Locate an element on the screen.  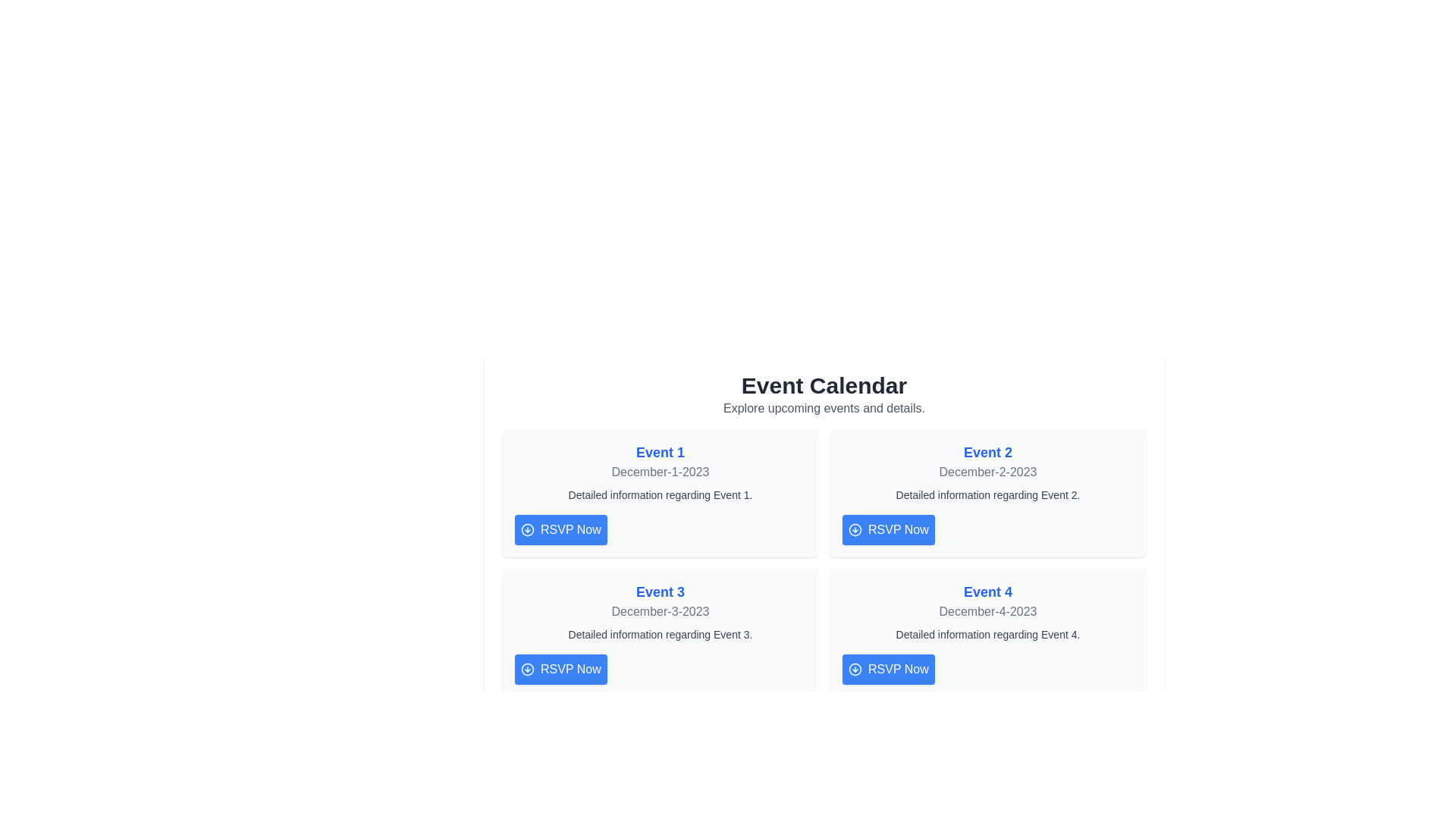
text label that displays 'Event 2', which is styled in a bold and large blue font located at the top center of a rectangular card is located at coordinates (987, 452).